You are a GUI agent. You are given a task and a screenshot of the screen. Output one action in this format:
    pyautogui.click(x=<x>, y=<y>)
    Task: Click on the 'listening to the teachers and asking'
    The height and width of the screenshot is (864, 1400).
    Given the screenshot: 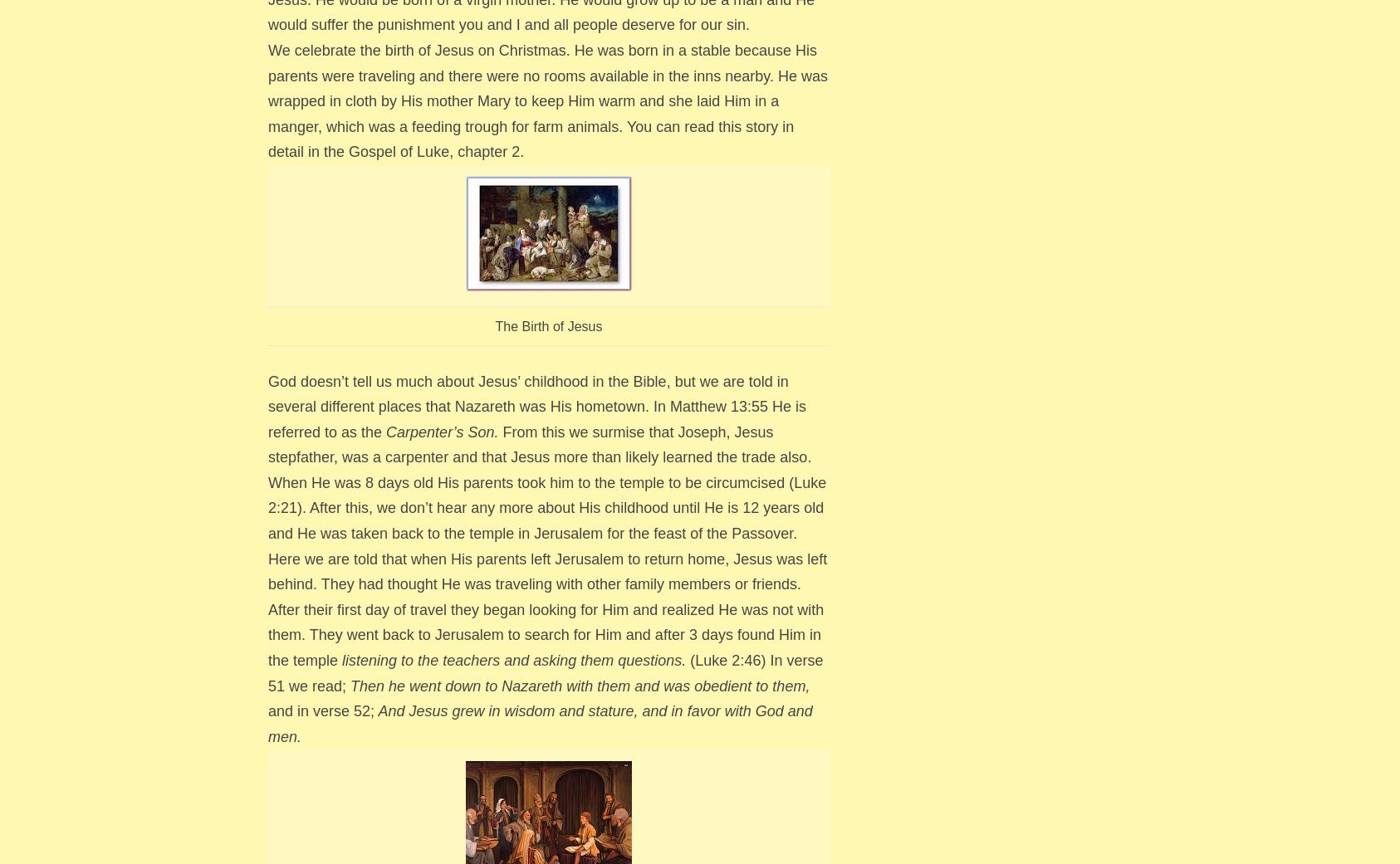 What is the action you would take?
    pyautogui.click(x=459, y=660)
    